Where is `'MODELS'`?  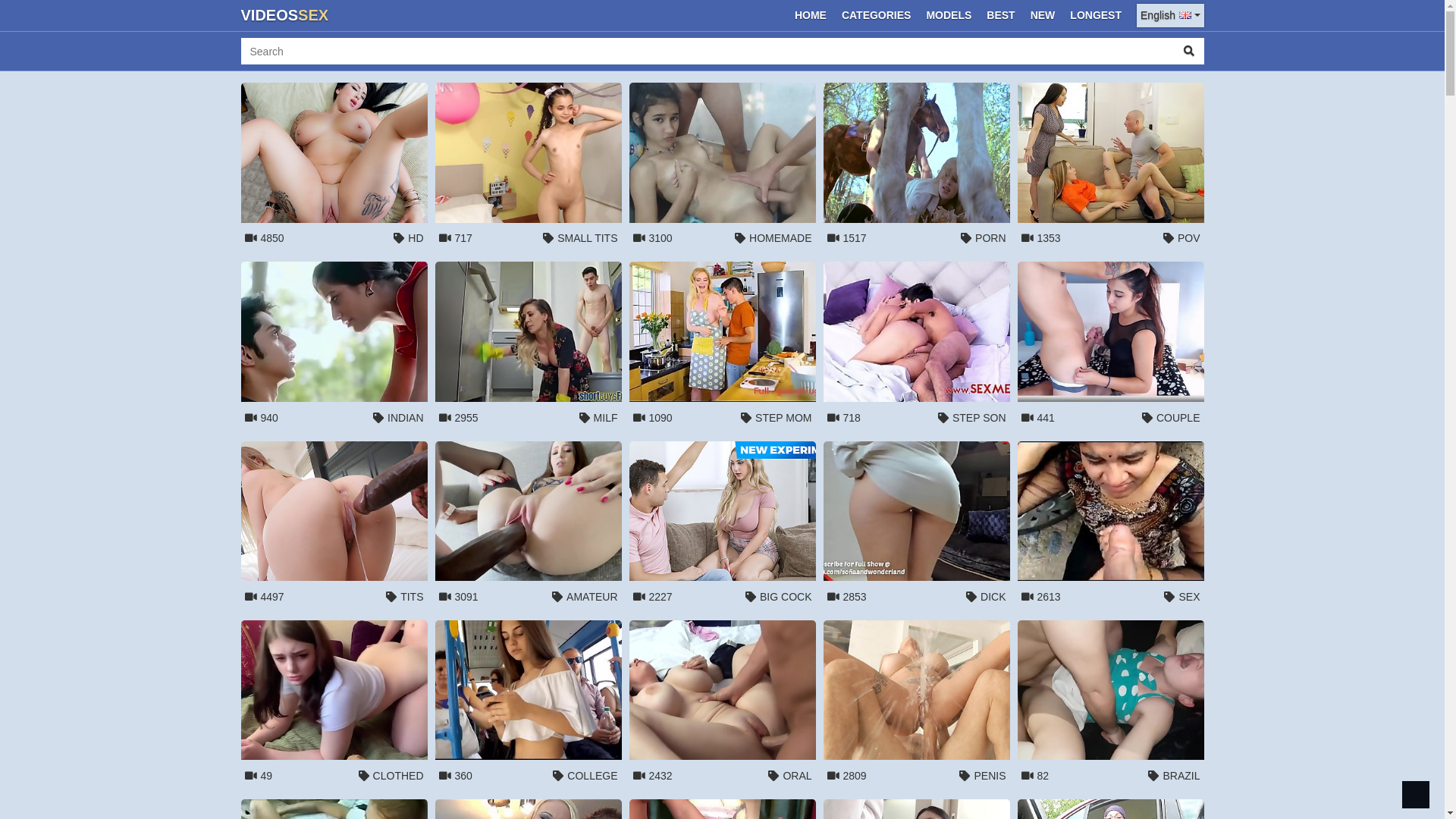 'MODELS' is located at coordinates (948, 15).